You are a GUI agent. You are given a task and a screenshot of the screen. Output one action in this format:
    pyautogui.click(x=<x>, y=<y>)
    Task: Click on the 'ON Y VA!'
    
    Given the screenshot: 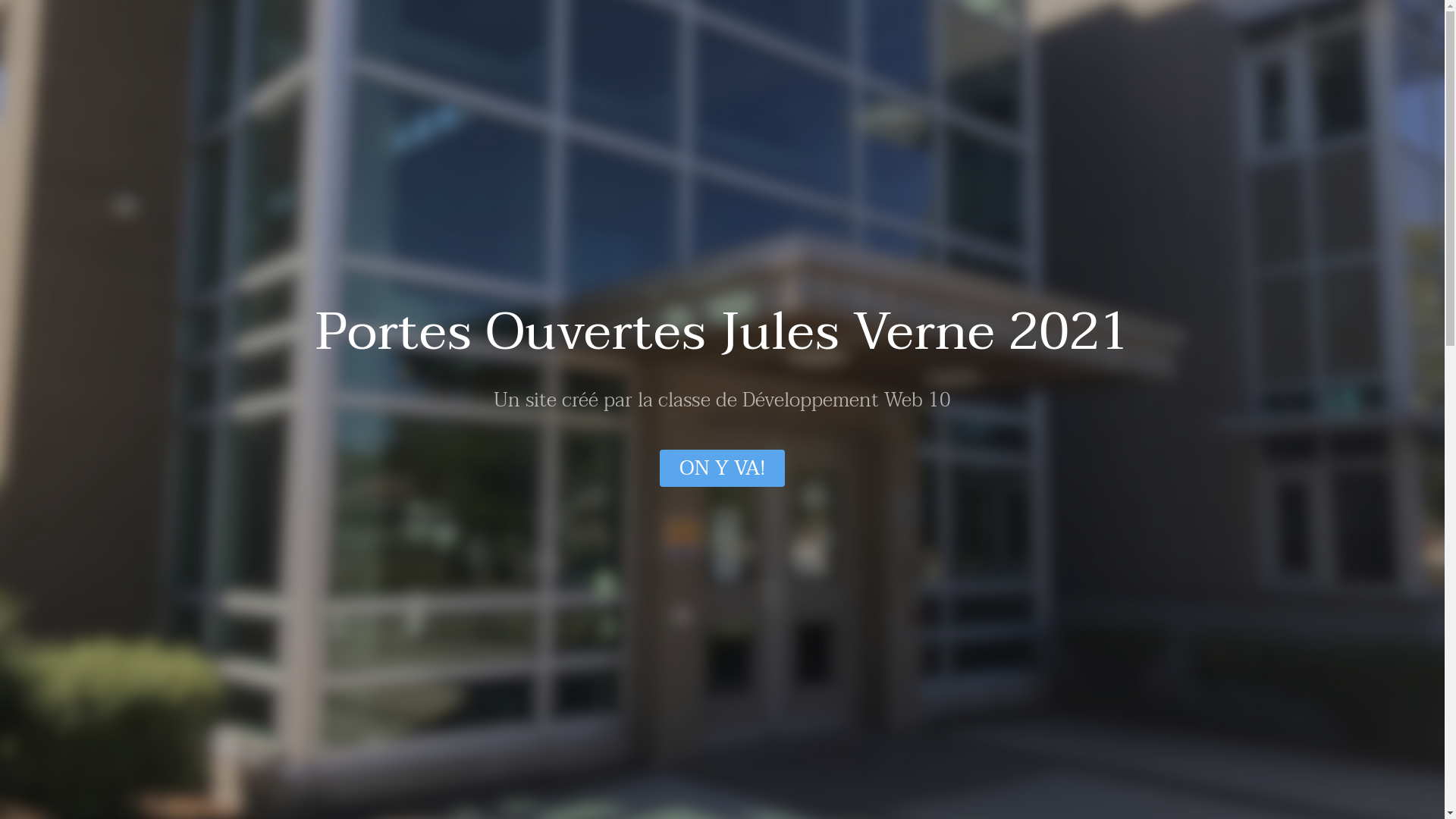 What is the action you would take?
    pyautogui.click(x=721, y=467)
    